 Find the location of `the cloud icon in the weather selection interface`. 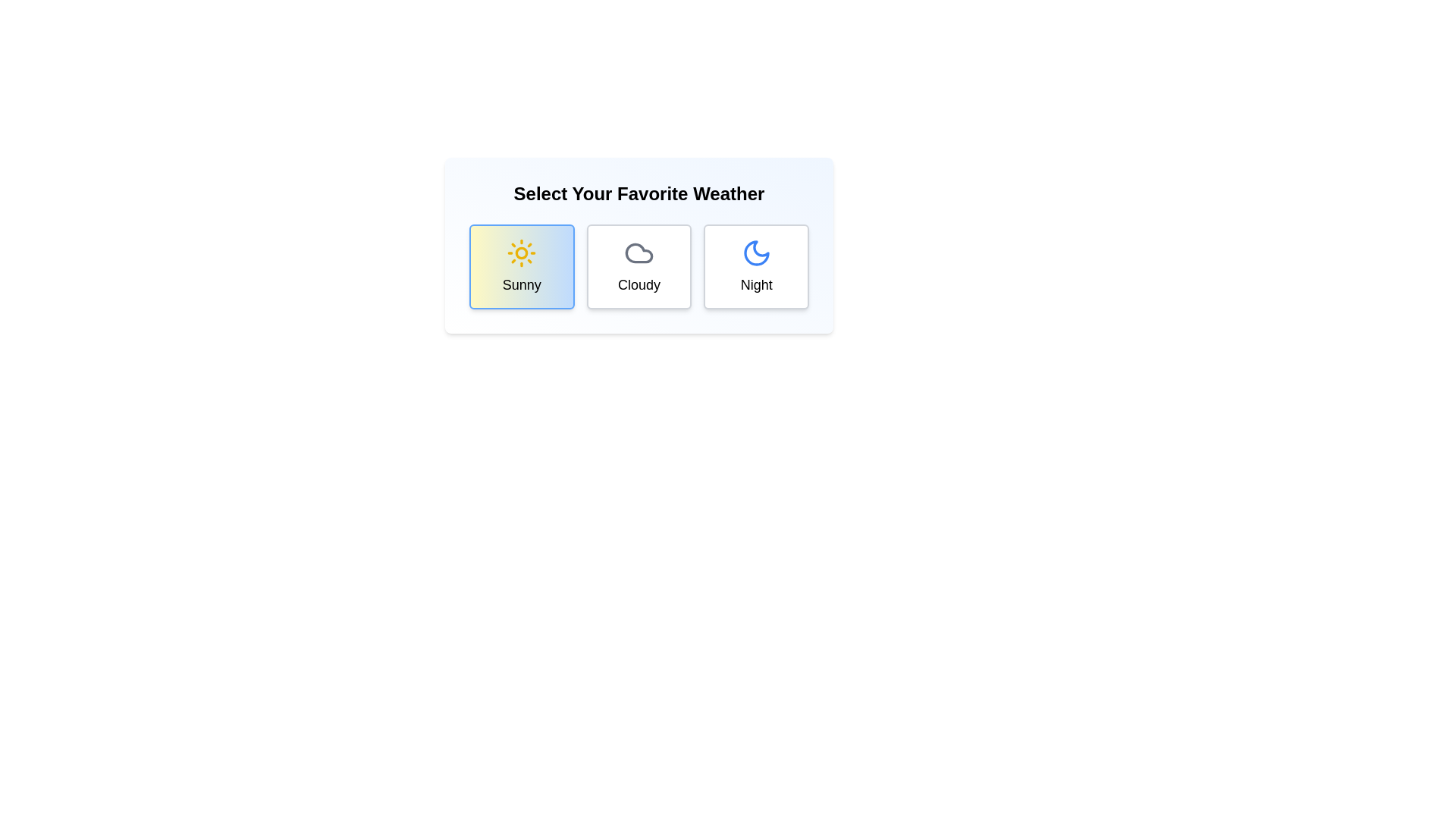

the cloud icon in the weather selection interface is located at coordinates (639, 253).